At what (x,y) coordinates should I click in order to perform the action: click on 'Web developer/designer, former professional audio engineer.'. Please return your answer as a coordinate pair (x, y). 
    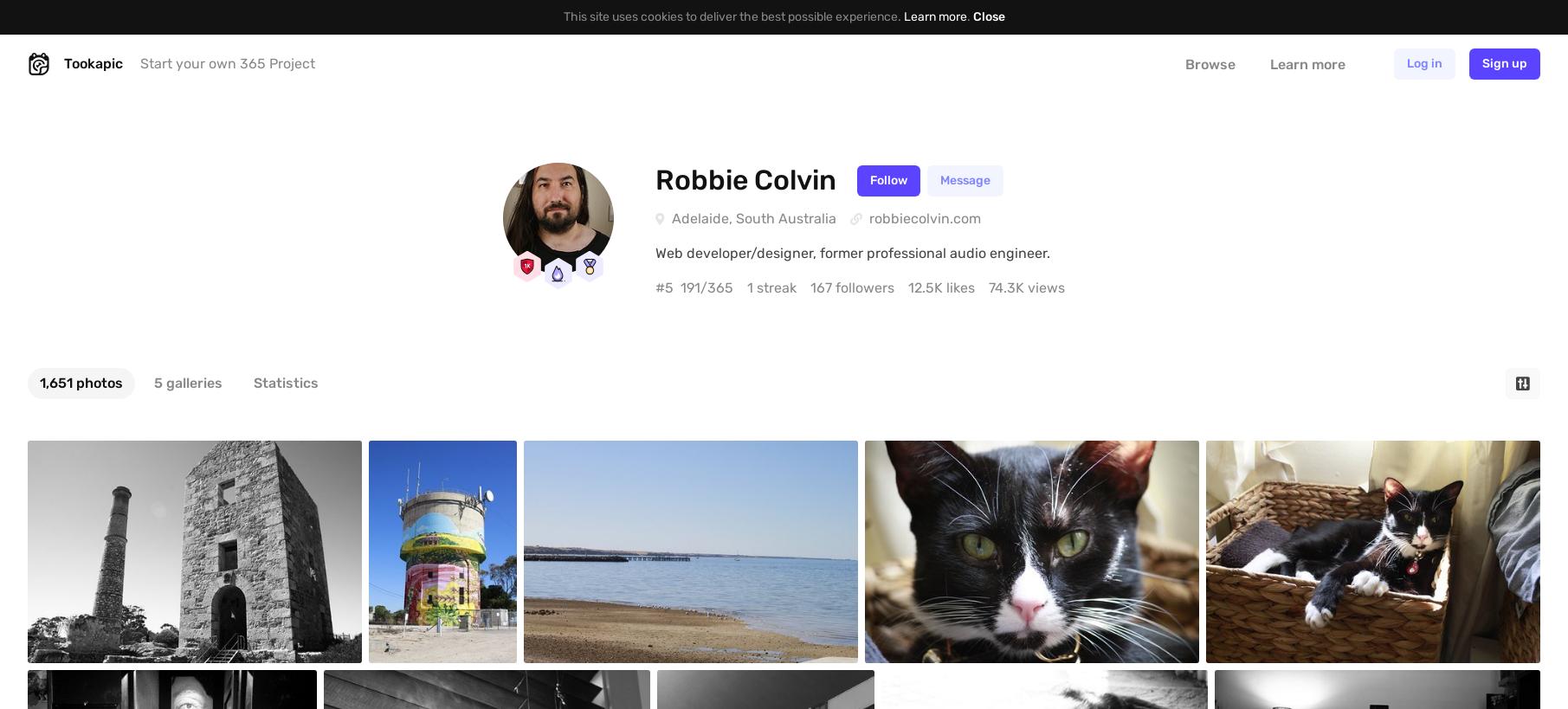
    Looking at the image, I should click on (852, 252).